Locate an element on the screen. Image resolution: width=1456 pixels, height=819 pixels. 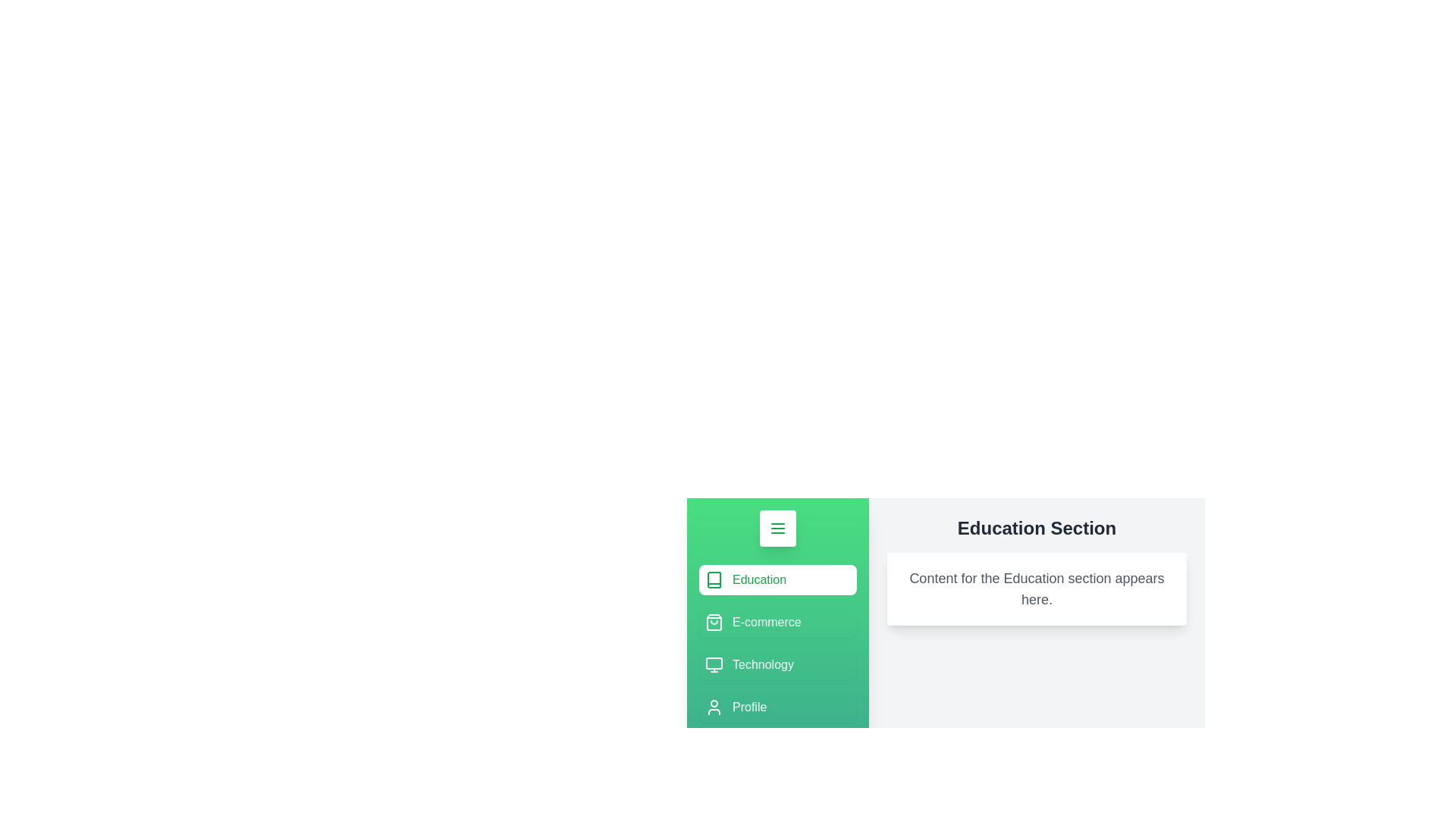
the section E-commerce in the drawer is located at coordinates (778, 623).